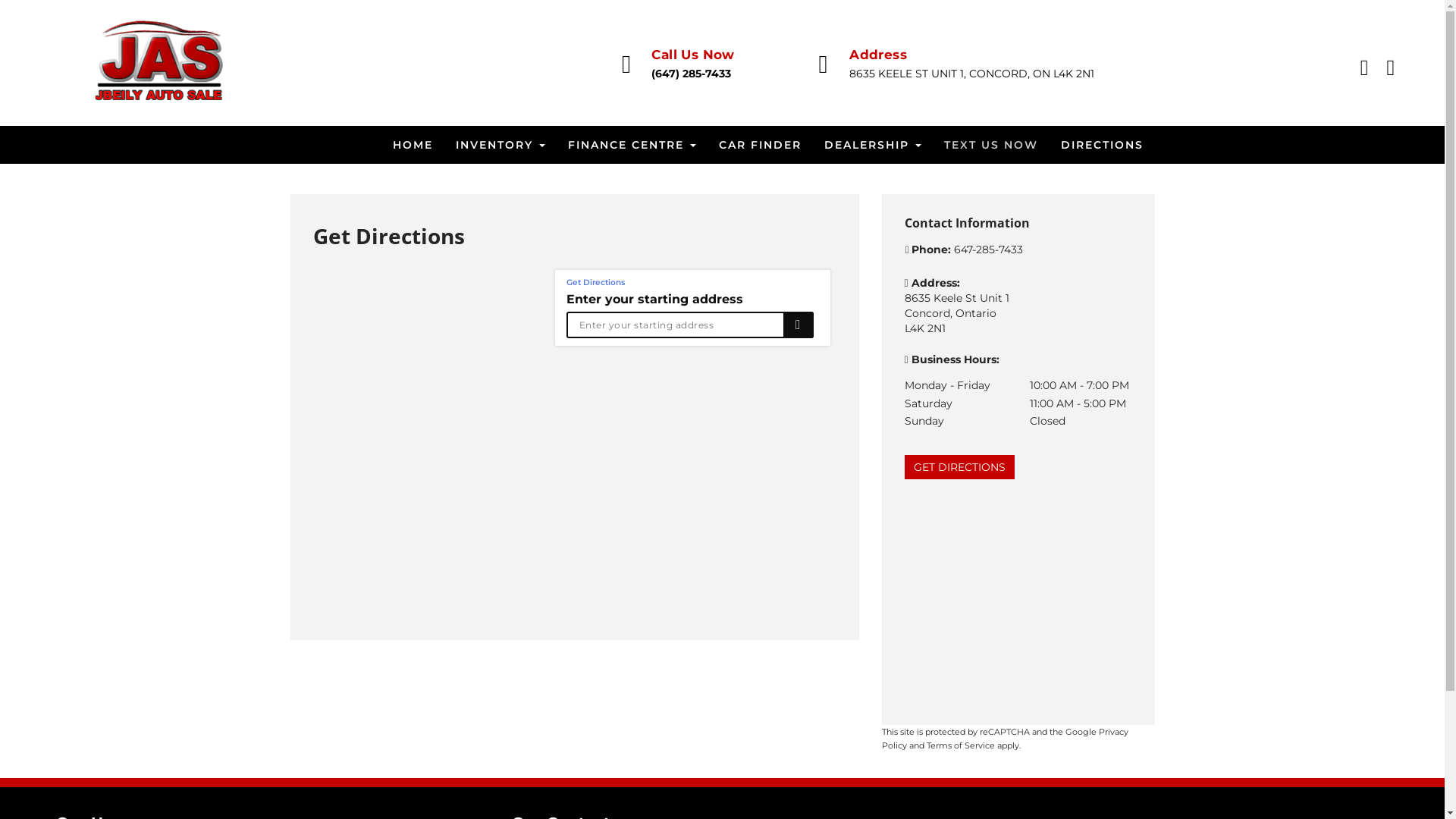 This screenshot has width=1456, height=819. Describe the element at coordinates (931, 145) in the screenshot. I see `'TEXT US NOW'` at that location.